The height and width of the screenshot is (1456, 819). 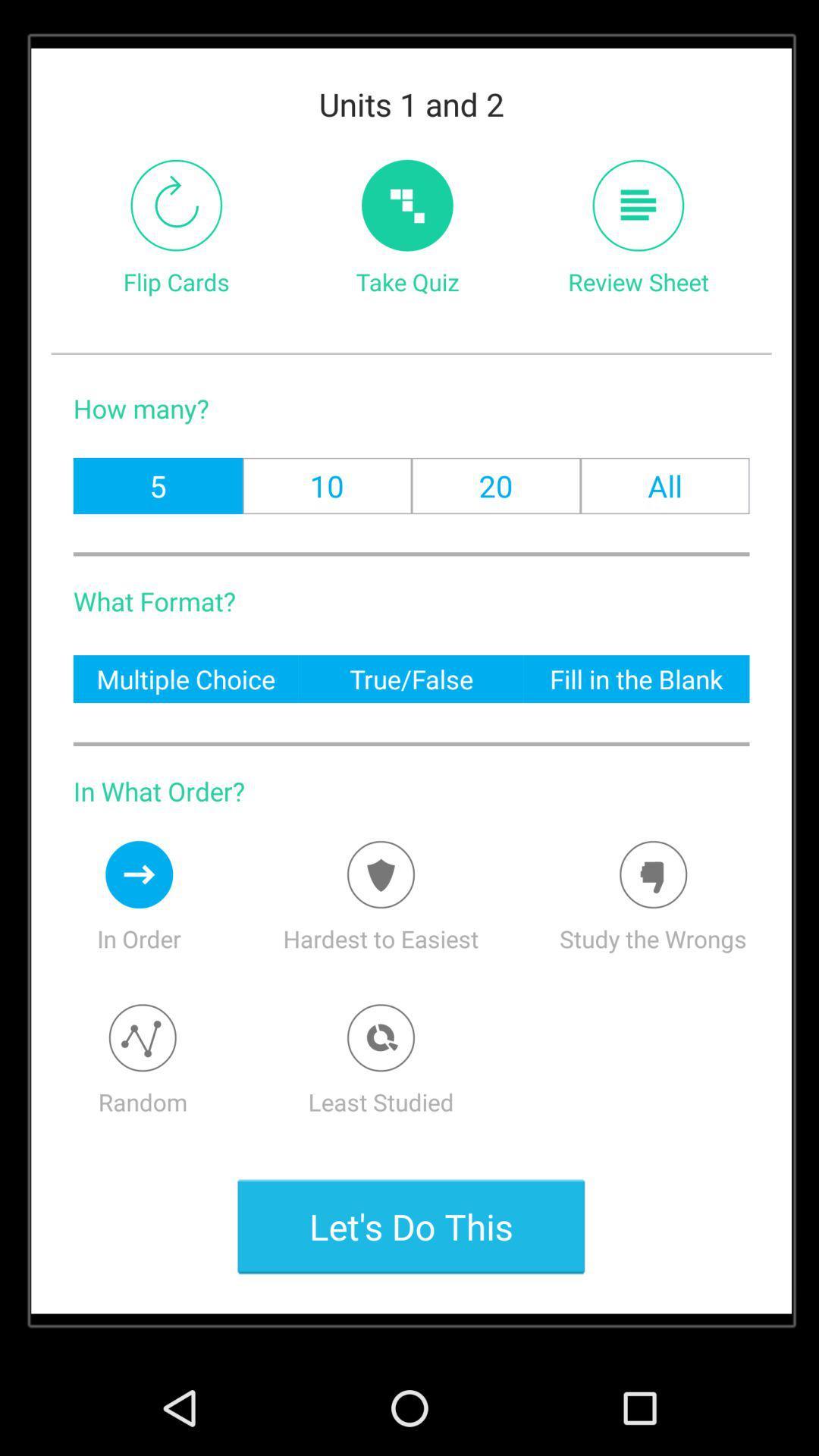 I want to click on hardest to easiest, so click(x=380, y=874).